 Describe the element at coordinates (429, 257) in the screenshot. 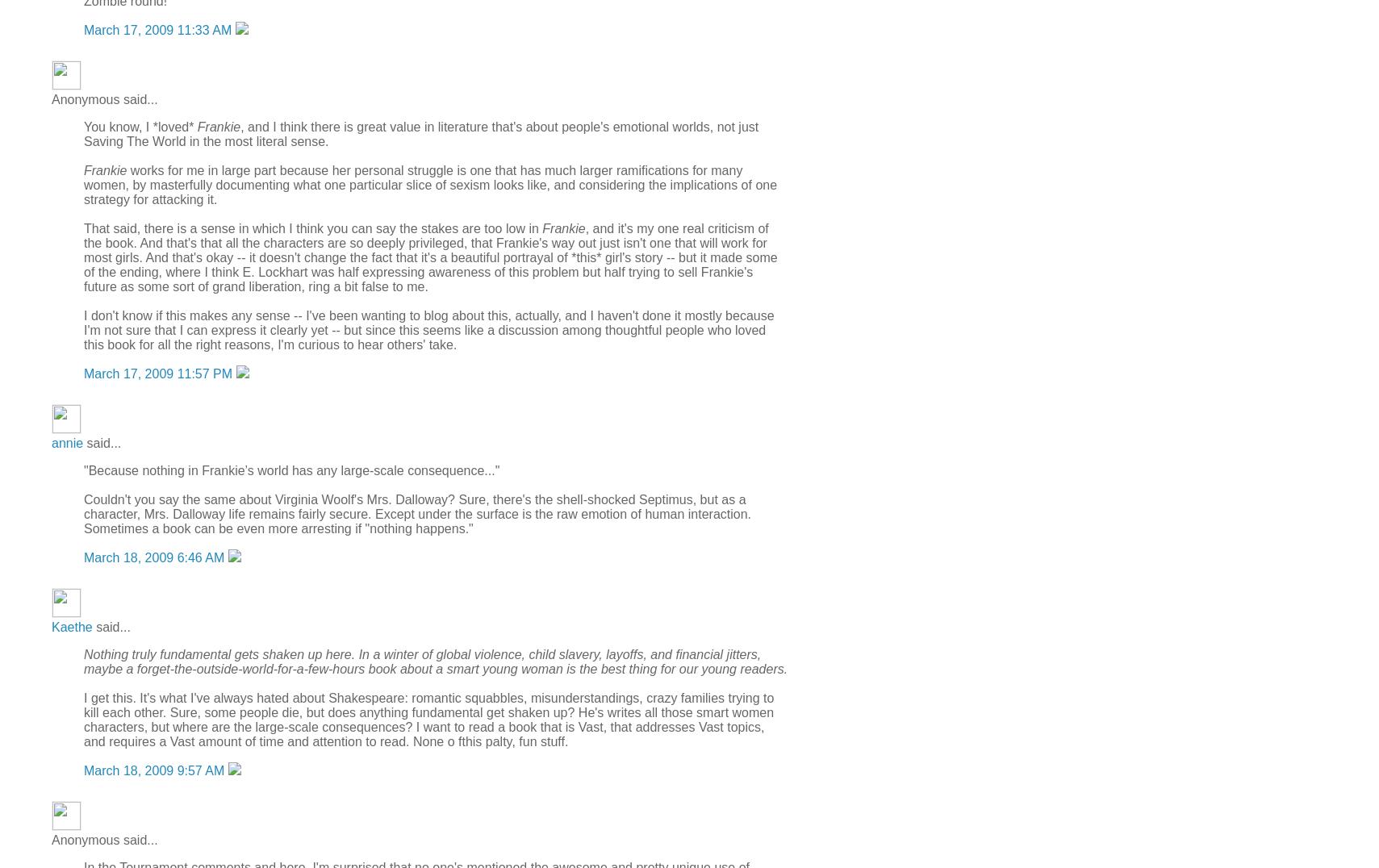

I see `', and it's my one real criticism of the book. And that's that all the characters are so deeply privileged, that Frankie's way out just isn't one that will work for most girls. And that's okay -- it doesn't change the fact that it's a beautiful portrayal of *this* girl's story -- but it made some of the ending, where I think E. Lockhart was half expressing awareness of this problem but half trying to sell Frankie's future as some sort of grand liberation, ring a bit false to me.'` at that location.